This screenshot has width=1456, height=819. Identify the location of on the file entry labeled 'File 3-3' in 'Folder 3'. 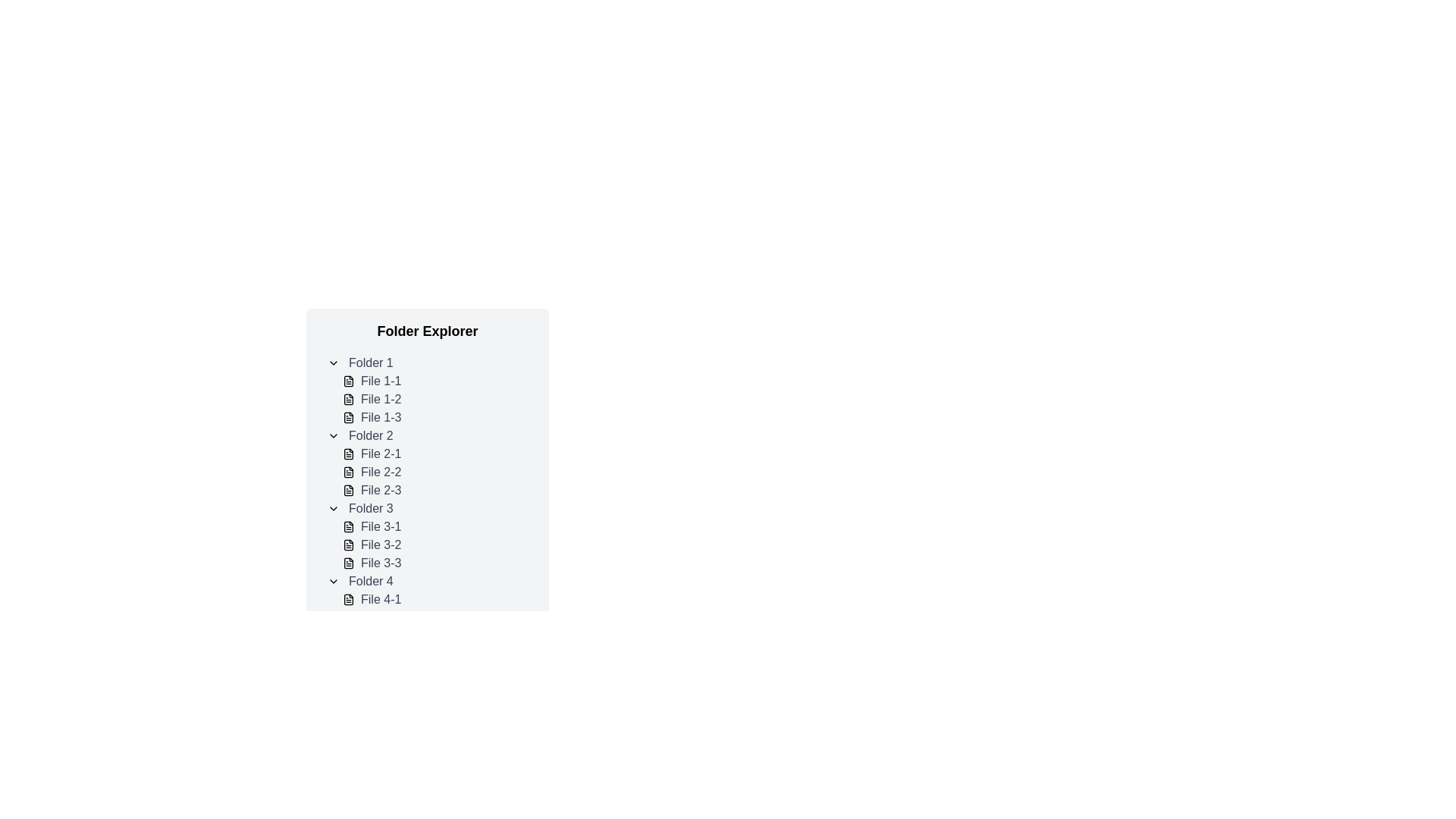
(436, 563).